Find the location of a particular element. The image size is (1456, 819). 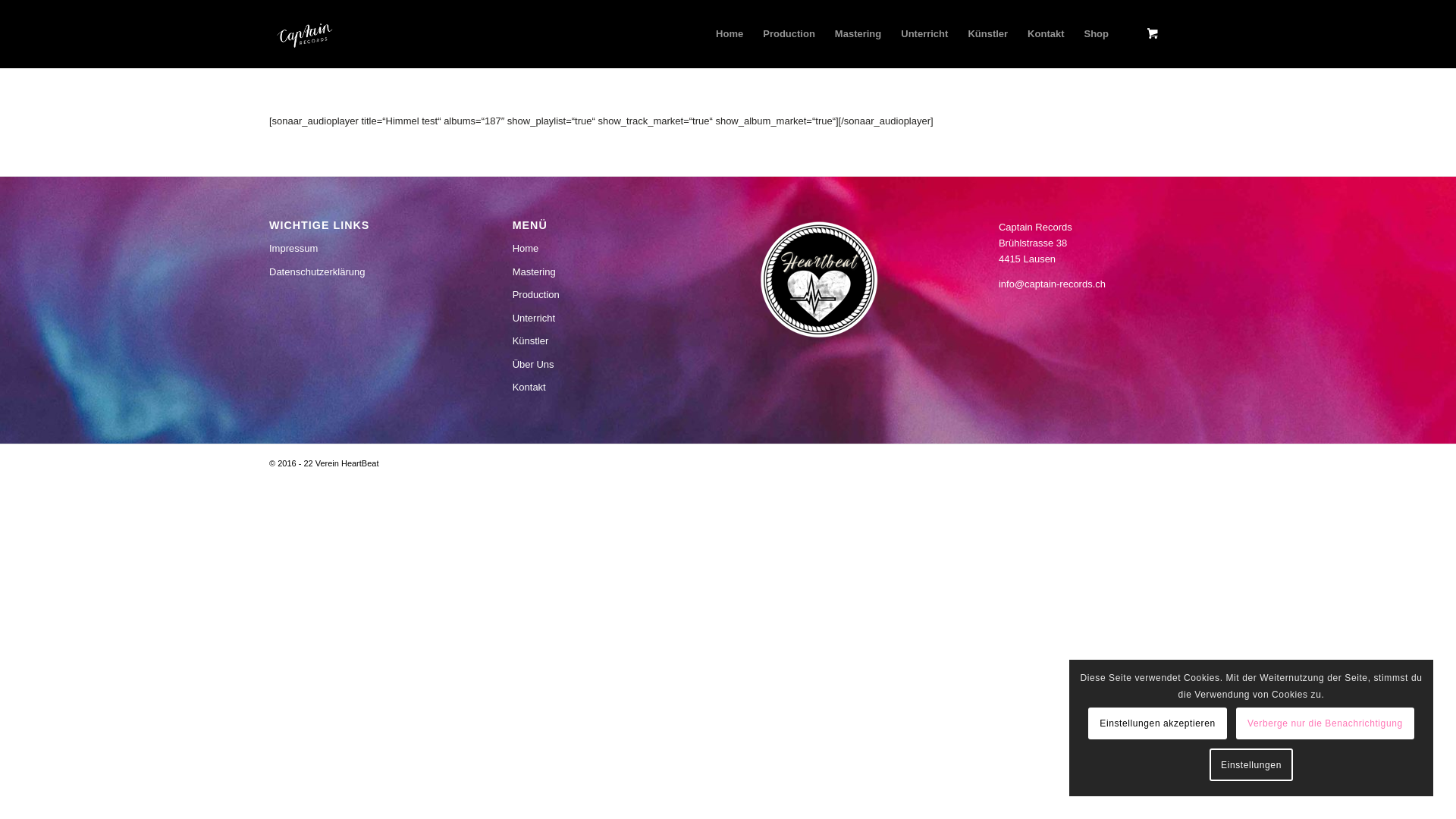

'Verberge nur die Benachrichtigung' is located at coordinates (1324, 722).